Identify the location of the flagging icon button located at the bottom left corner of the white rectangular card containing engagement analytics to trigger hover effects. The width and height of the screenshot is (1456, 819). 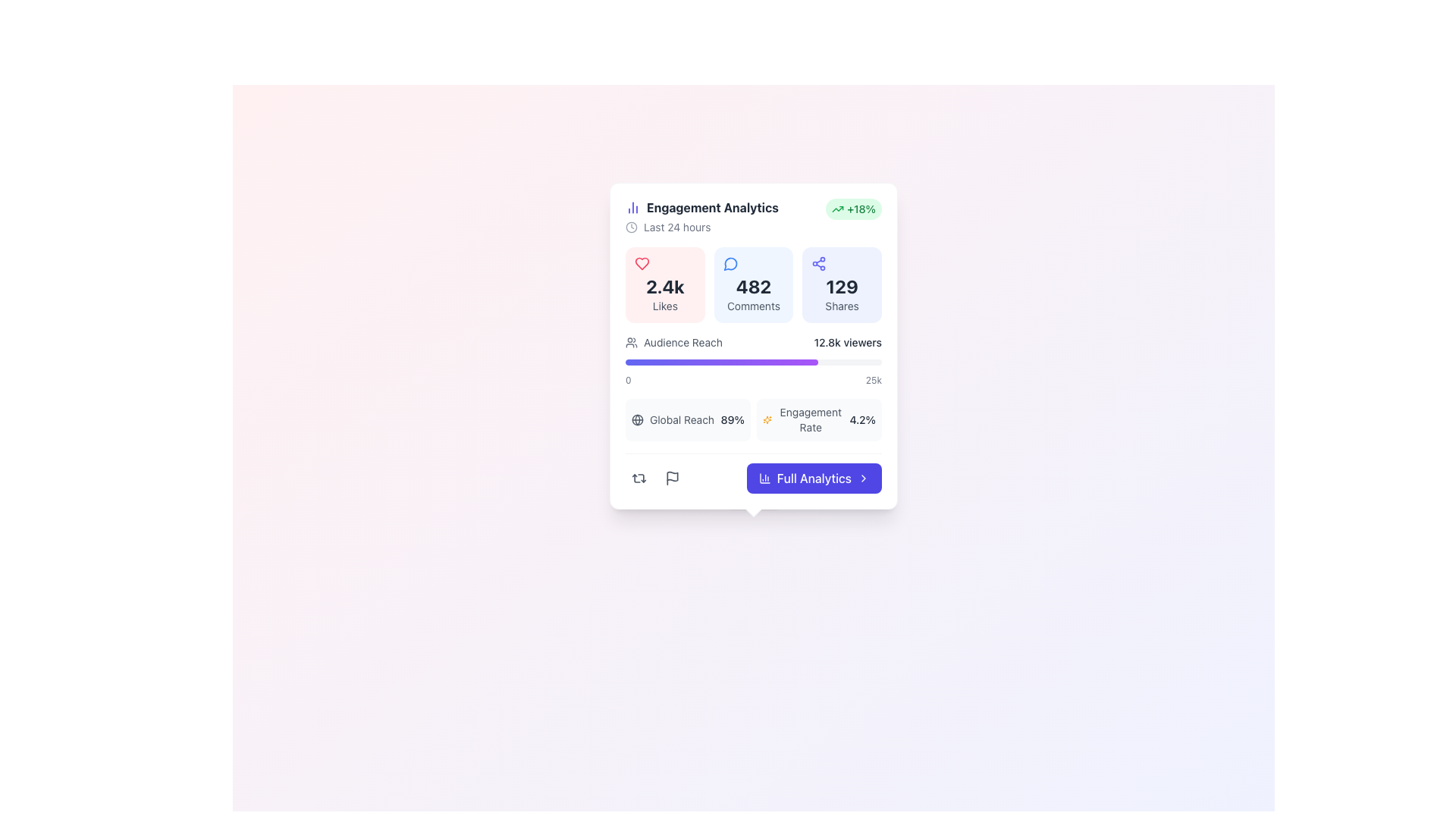
(672, 479).